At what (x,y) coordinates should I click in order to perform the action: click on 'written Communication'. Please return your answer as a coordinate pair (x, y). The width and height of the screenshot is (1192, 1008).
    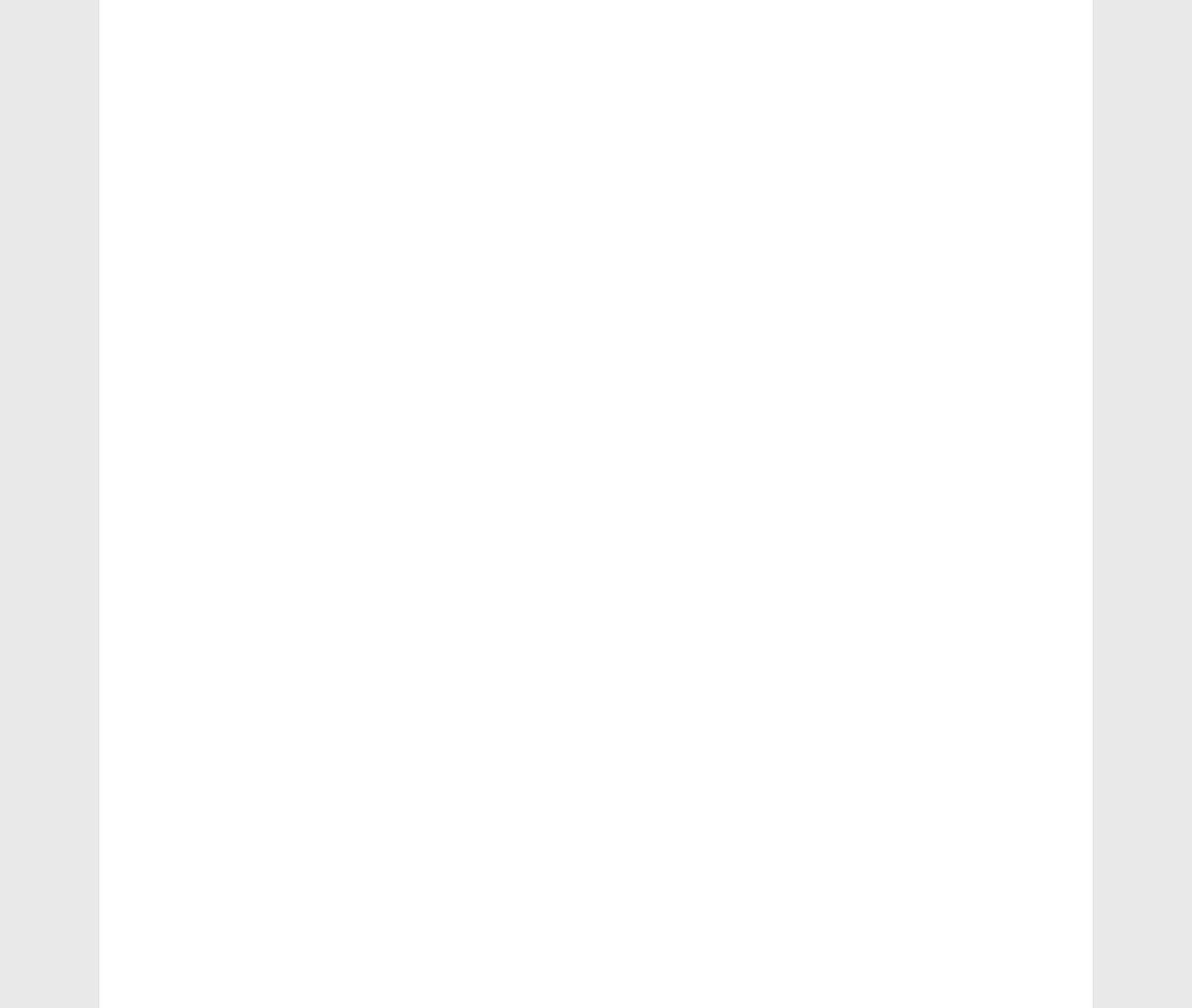
    Looking at the image, I should click on (923, 89).